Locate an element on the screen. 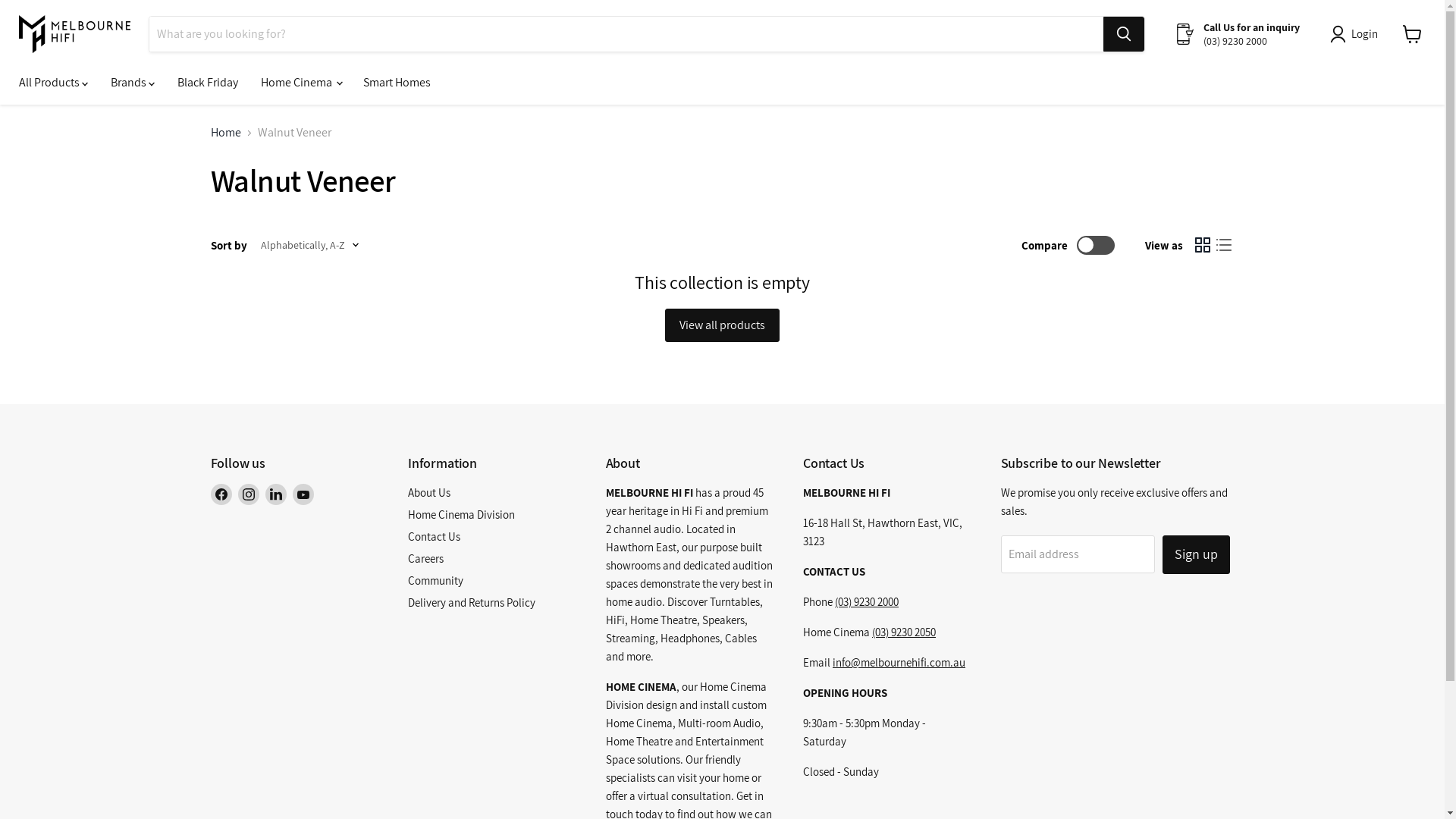  'Find us on Instagram' is located at coordinates (248, 494).